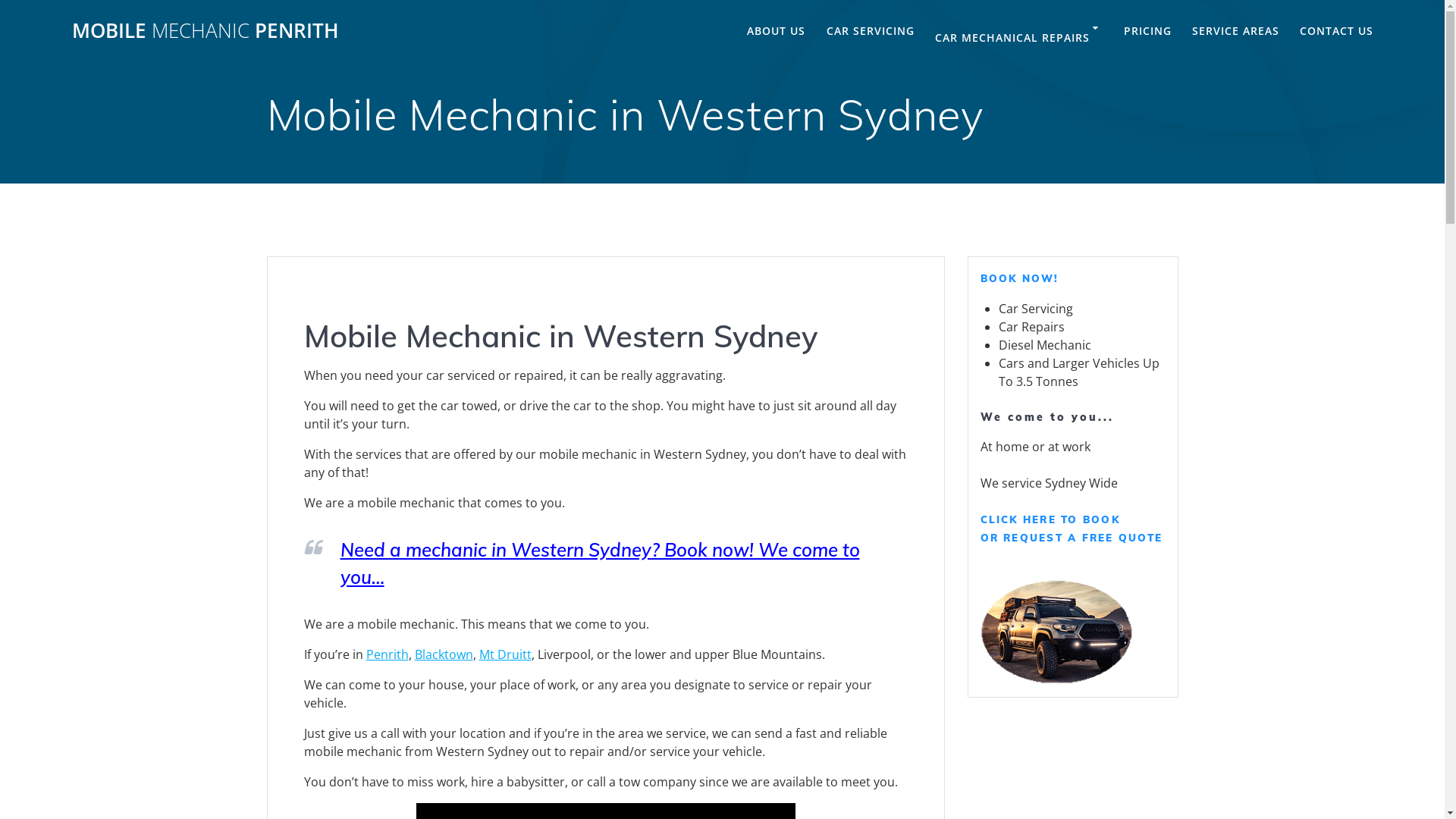 The image size is (1456, 819). Describe the element at coordinates (1147, 31) in the screenshot. I see `'PRICING'` at that location.